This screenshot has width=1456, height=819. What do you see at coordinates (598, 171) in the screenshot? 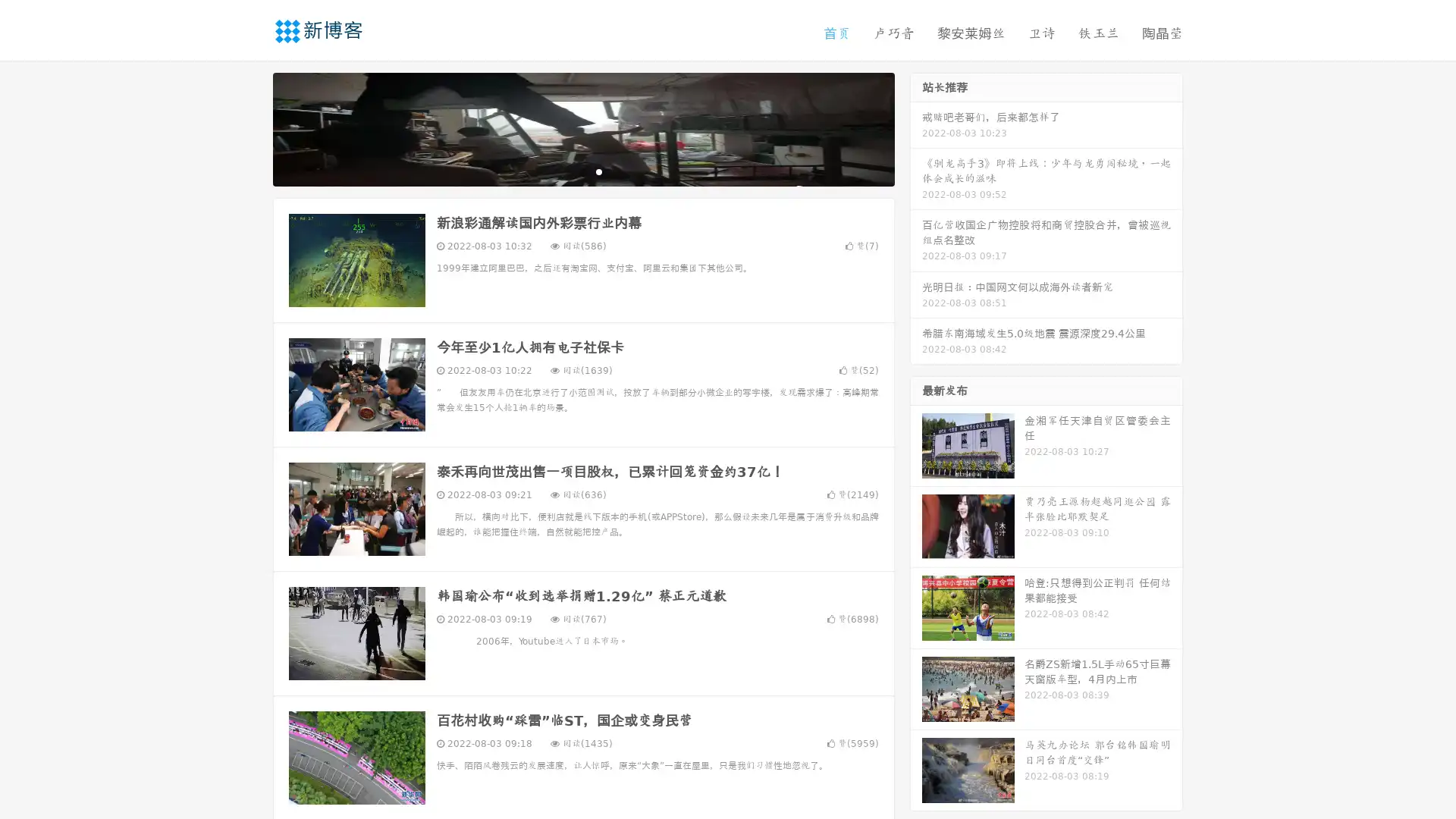
I see `Go to slide 3` at bounding box center [598, 171].